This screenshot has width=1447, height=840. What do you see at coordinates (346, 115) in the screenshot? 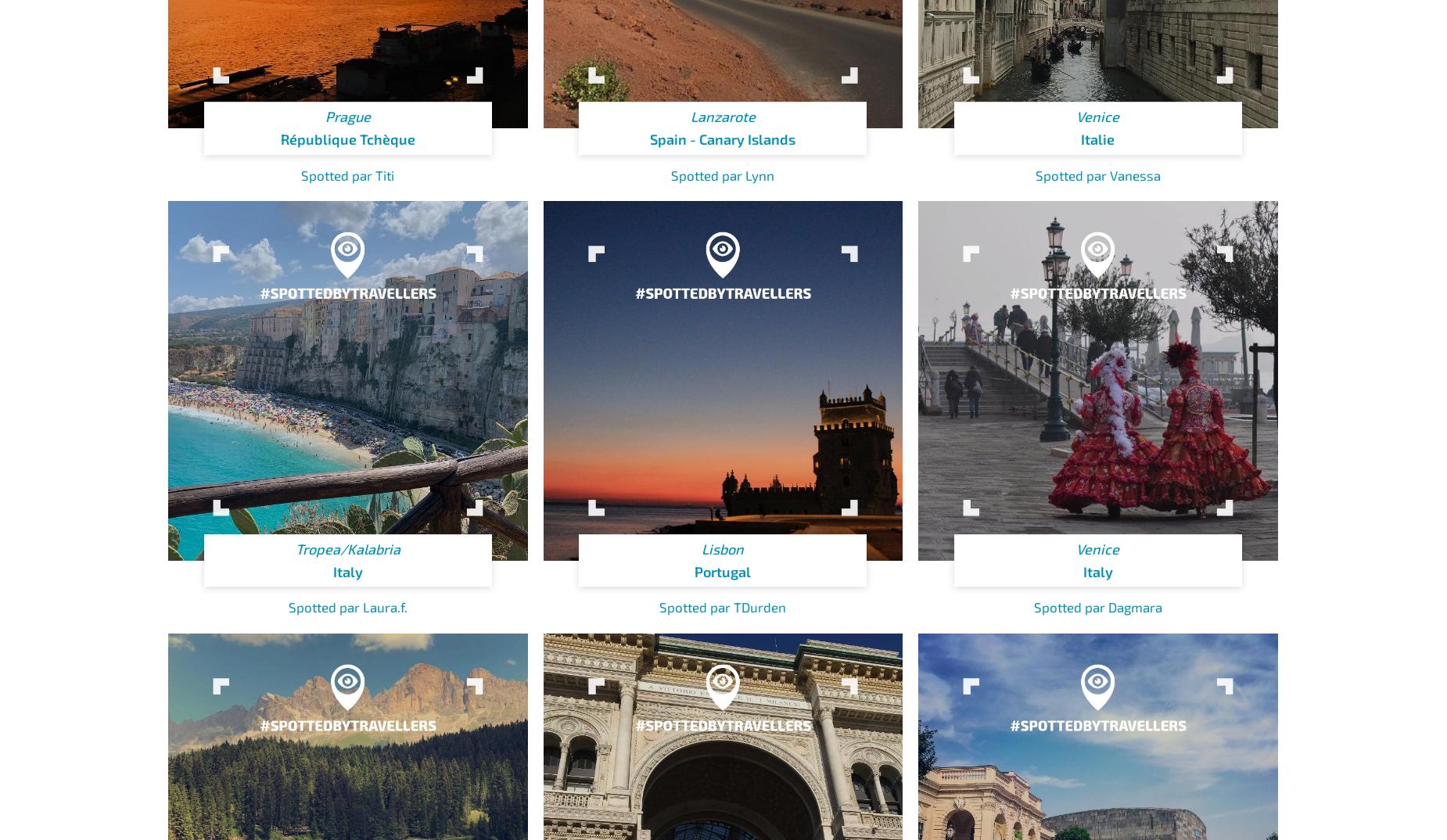
I see `'Prague'` at bounding box center [346, 115].